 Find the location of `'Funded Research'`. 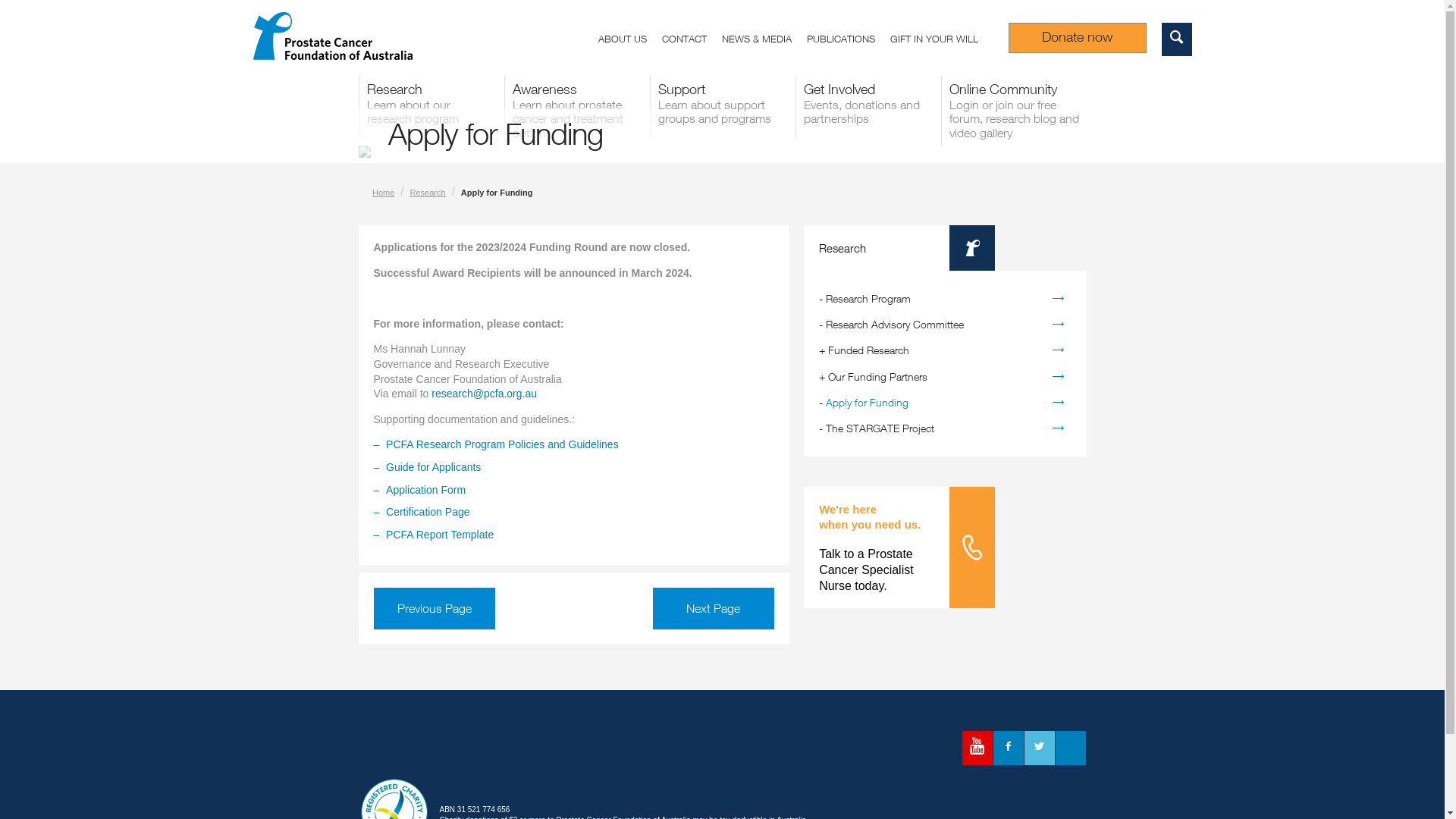

'Funded Research' is located at coordinates (868, 350).